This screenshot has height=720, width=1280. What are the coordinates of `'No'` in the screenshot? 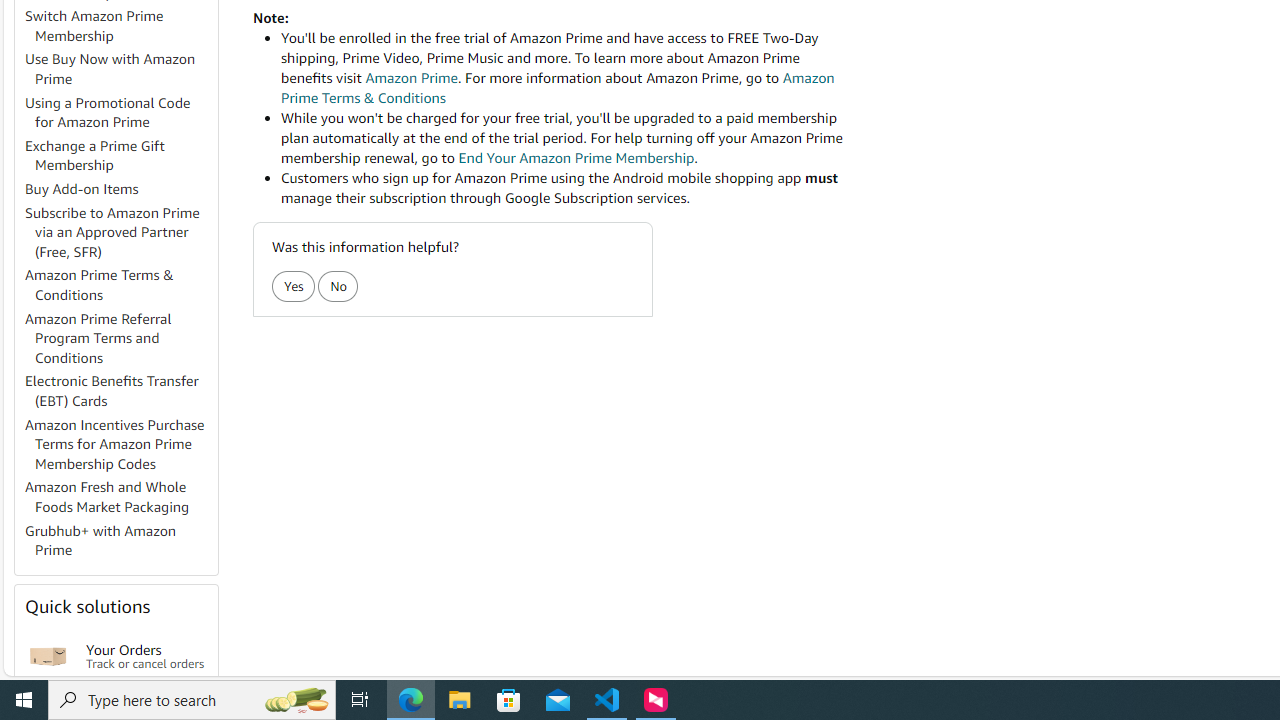 It's located at (338, 286).